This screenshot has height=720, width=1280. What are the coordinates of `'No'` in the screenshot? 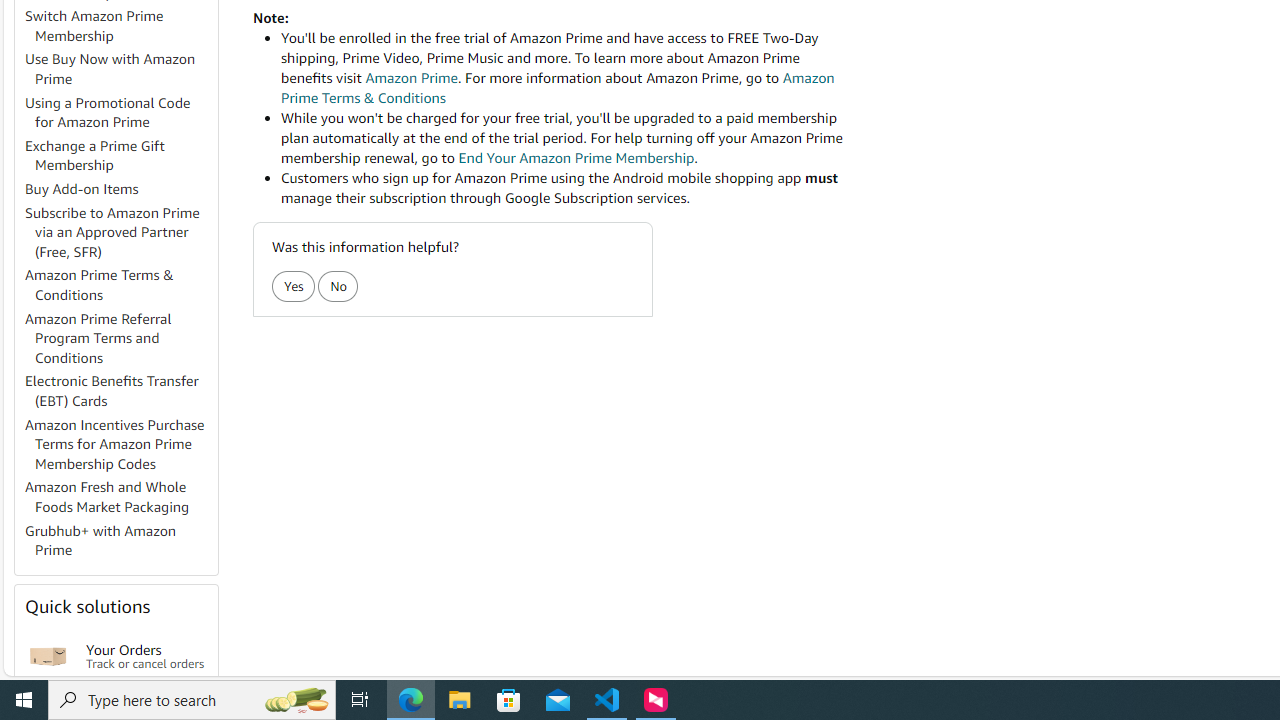 It's located at (338, 286).